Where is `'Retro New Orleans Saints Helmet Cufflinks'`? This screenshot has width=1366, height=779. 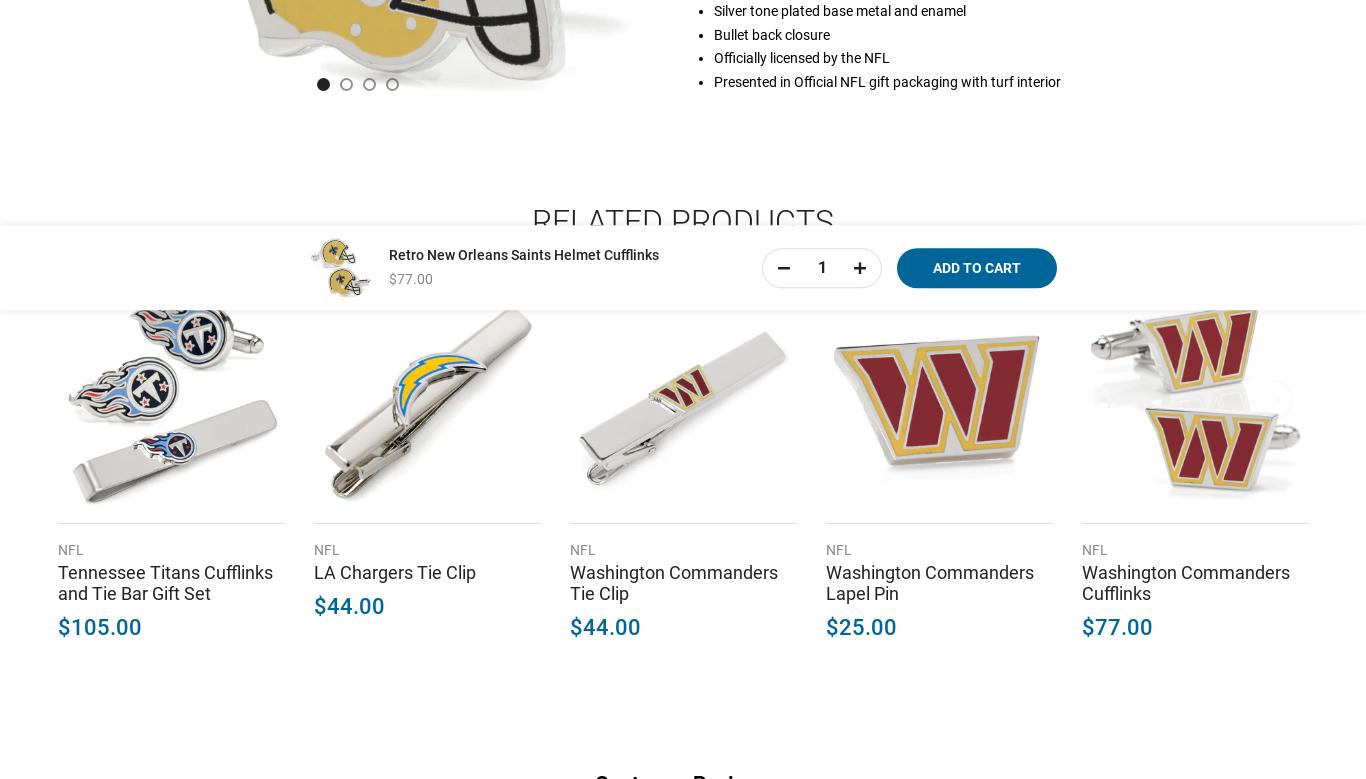 'Retro New Orleans Saints Helmet Cufflinks' is located at coordinates (523, 253).